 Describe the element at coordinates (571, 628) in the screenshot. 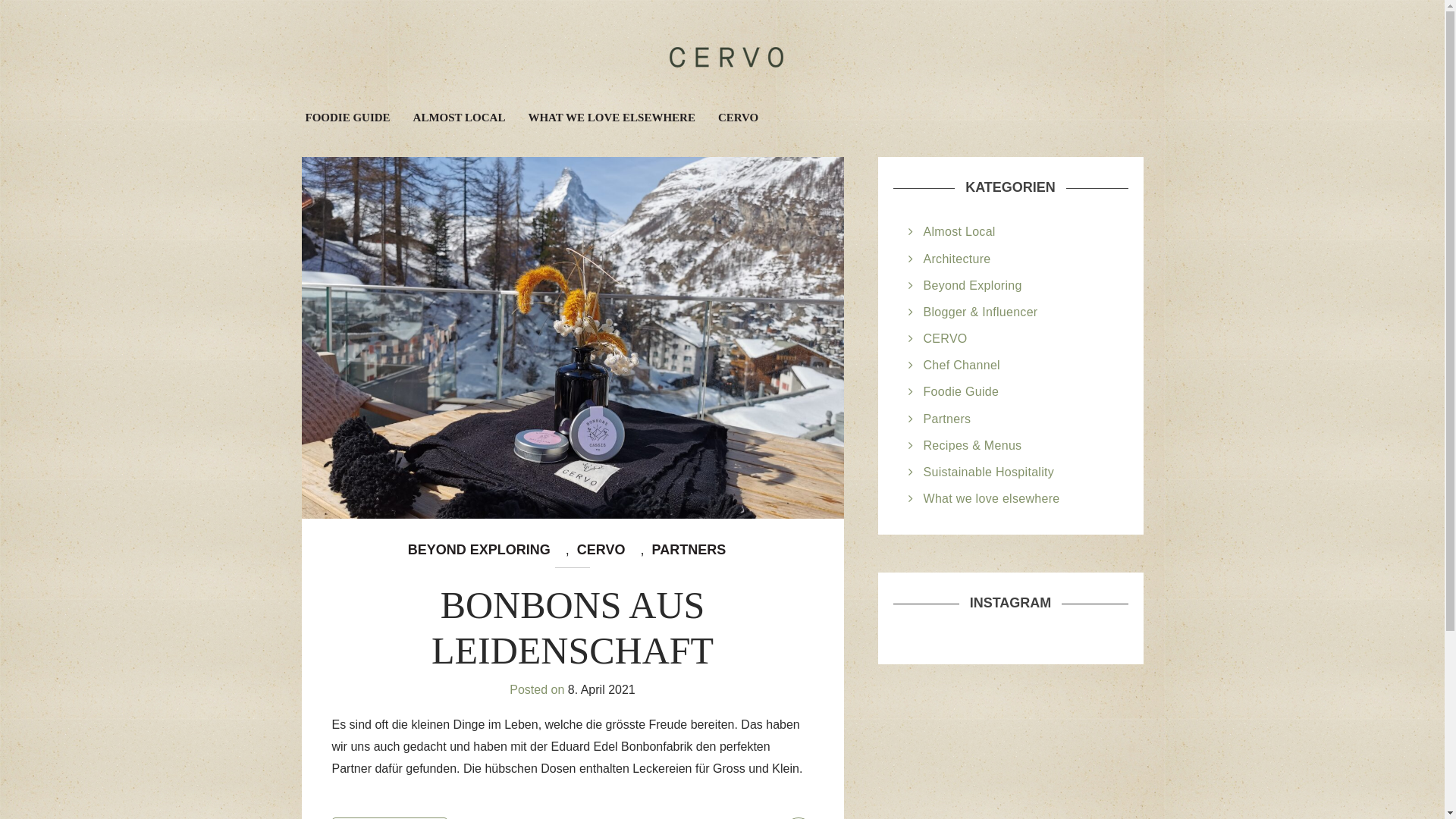

I see `'BONBONS AUS LEIDENSCHAFT'` at that location.